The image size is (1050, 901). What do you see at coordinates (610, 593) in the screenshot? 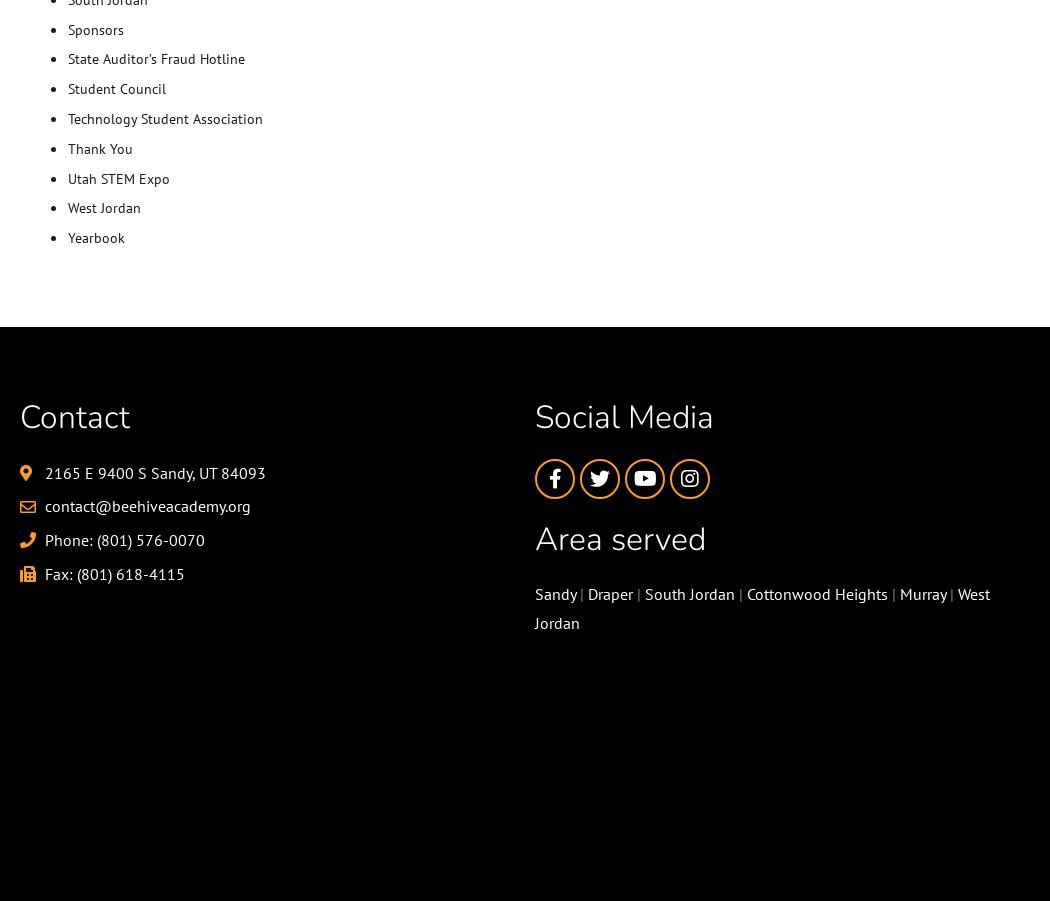
I see `'Draper'` at bounding box center [610, 593].